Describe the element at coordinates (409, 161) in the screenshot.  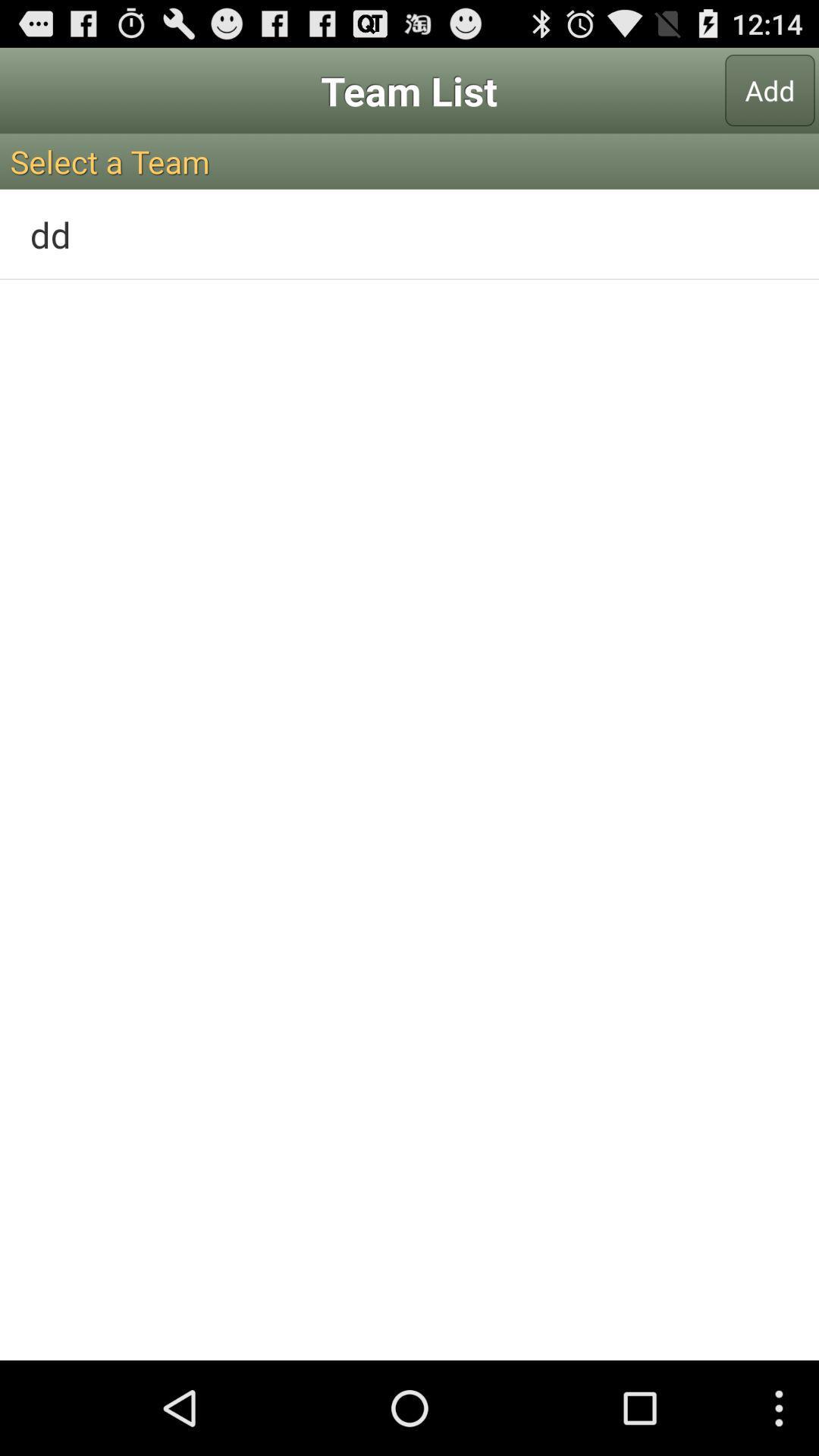
I see `icon above dd icon` at that location.